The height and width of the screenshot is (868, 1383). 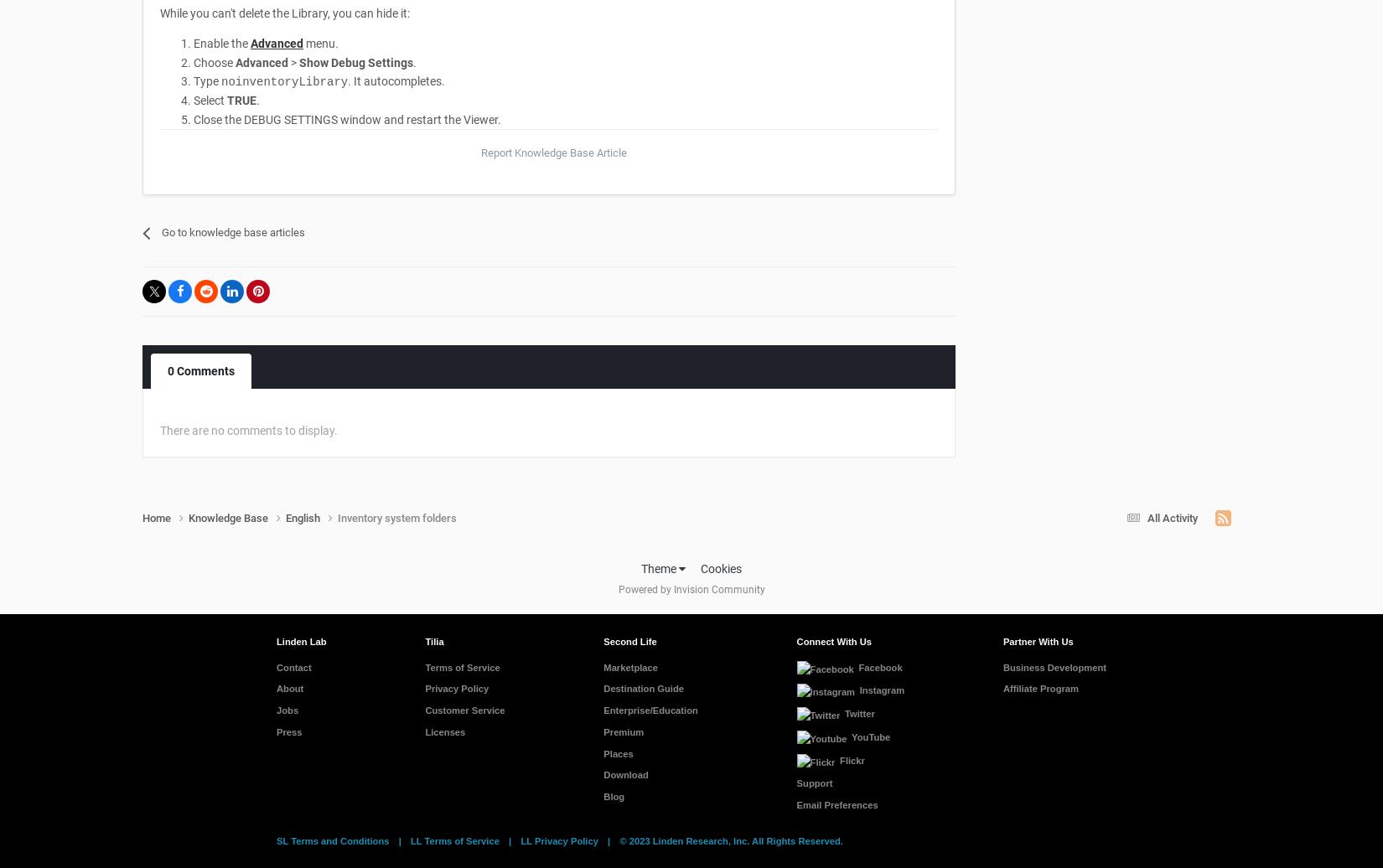 I want to click on 'window and restart the Viewer.', so click(x=418, y=119).